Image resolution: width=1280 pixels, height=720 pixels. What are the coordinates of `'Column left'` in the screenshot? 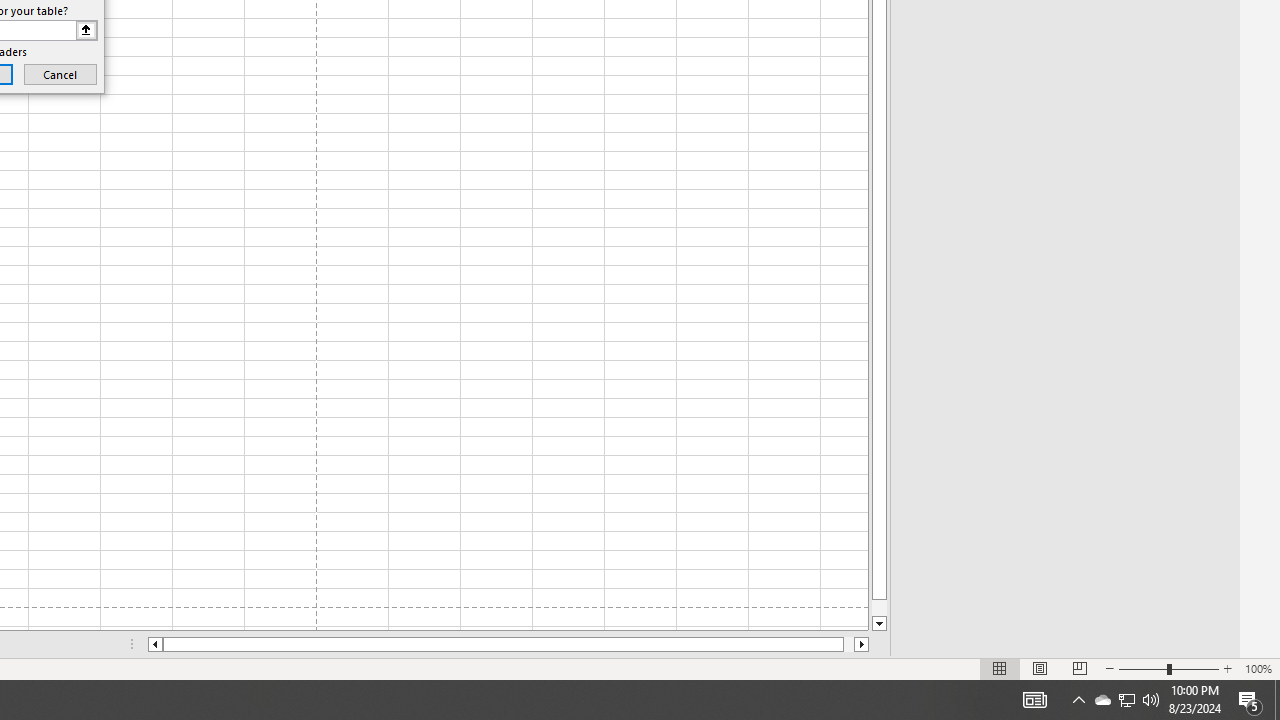 It's located at (153, 644).